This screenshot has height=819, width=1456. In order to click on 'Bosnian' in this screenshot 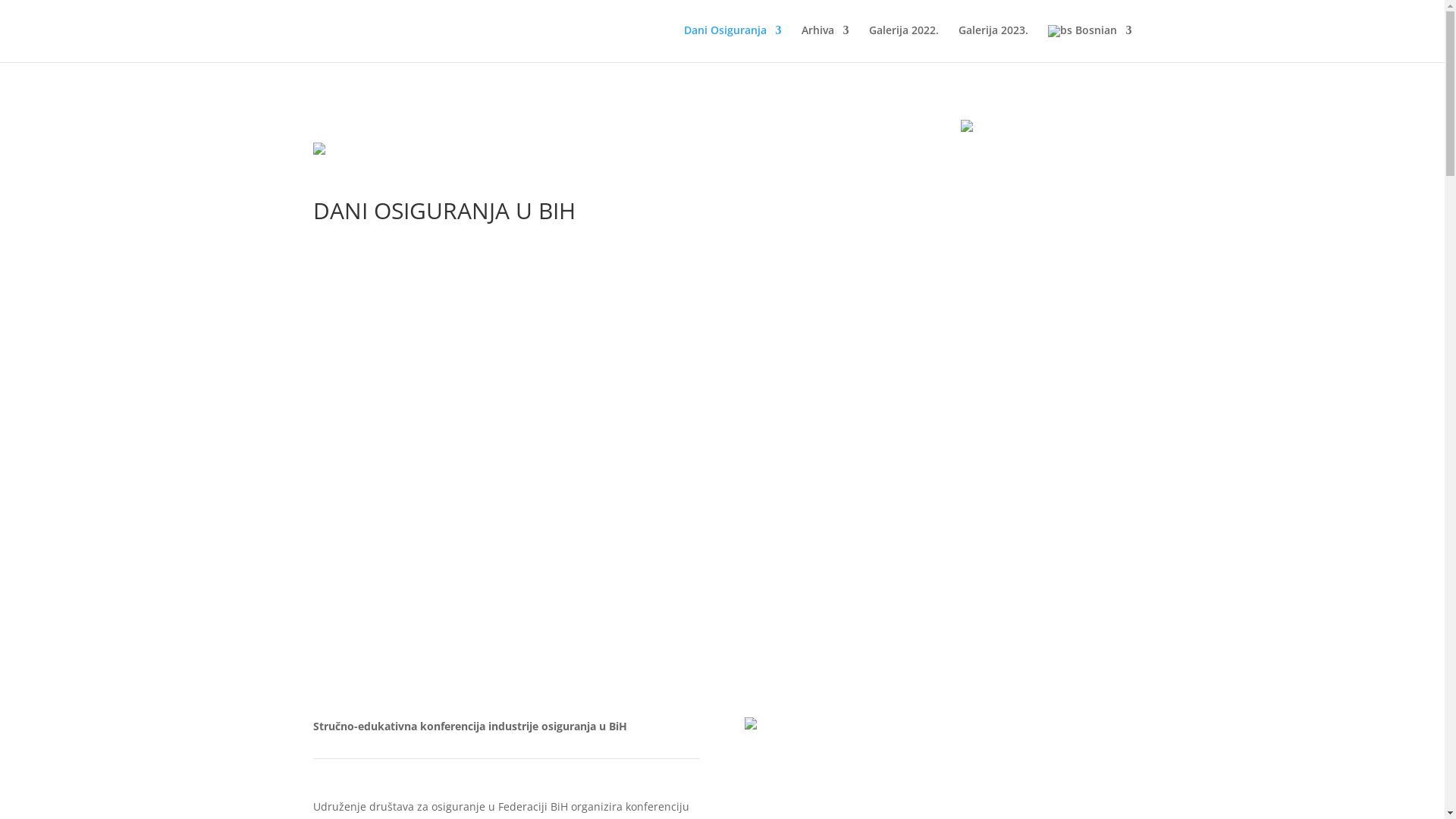, I will do `click(1089, 42)`.